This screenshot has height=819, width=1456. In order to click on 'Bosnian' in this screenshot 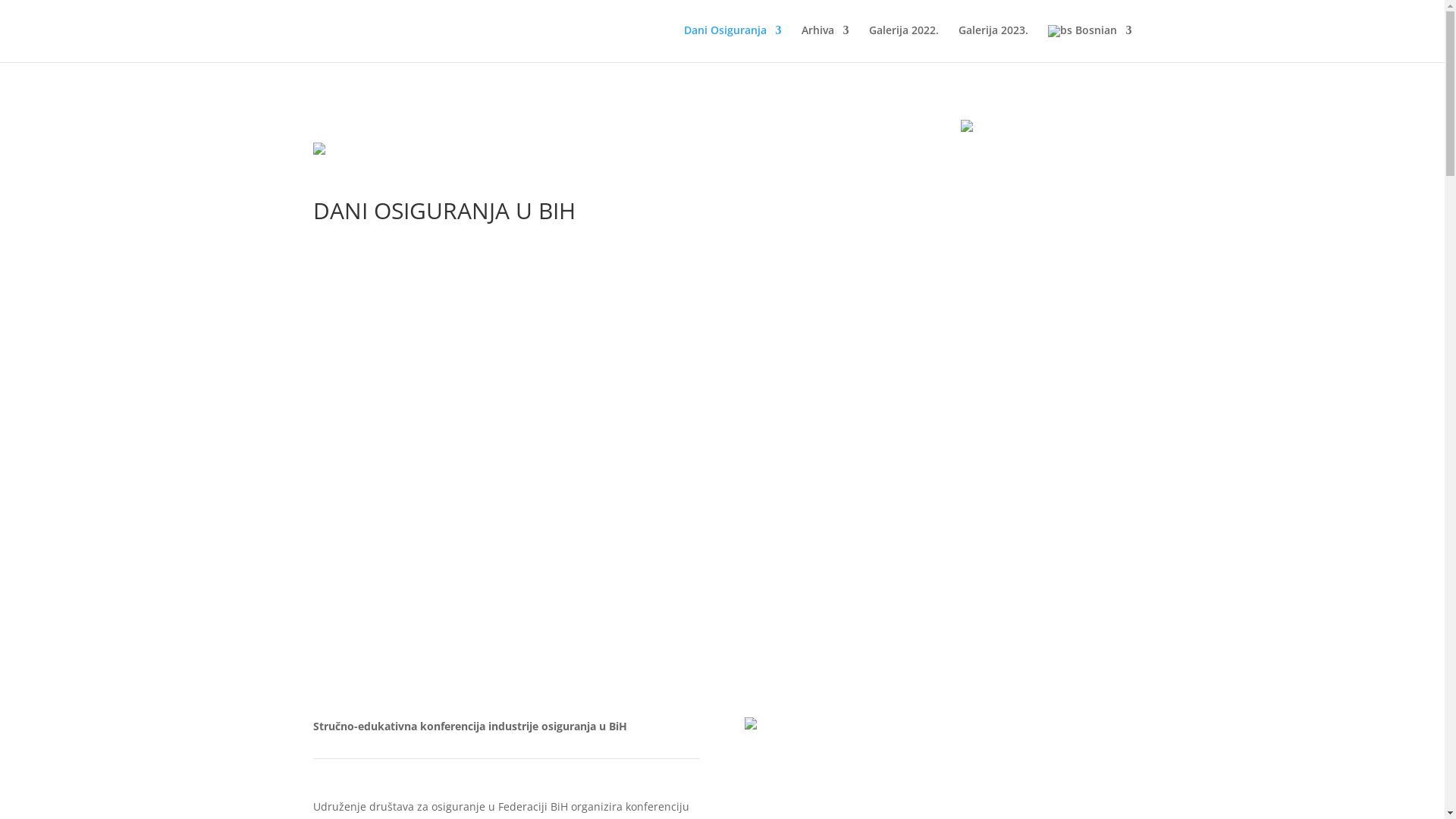, I will do `click(1089, 42)`.